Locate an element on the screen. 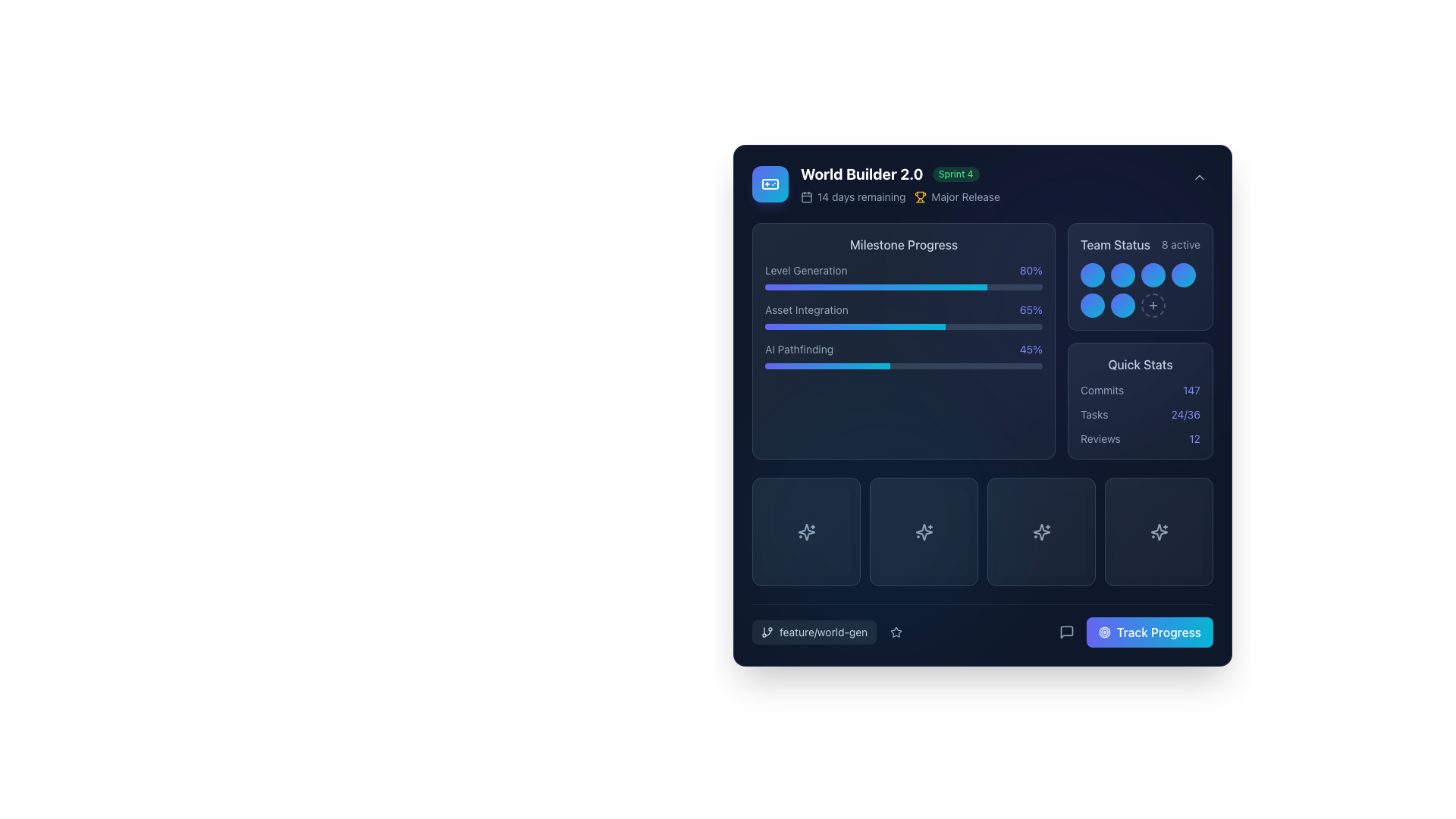 This screenshot has width=1456, height=819. the star-shaped button located next to the text 'feature/world-gen' is located at coordinates (896, 632).